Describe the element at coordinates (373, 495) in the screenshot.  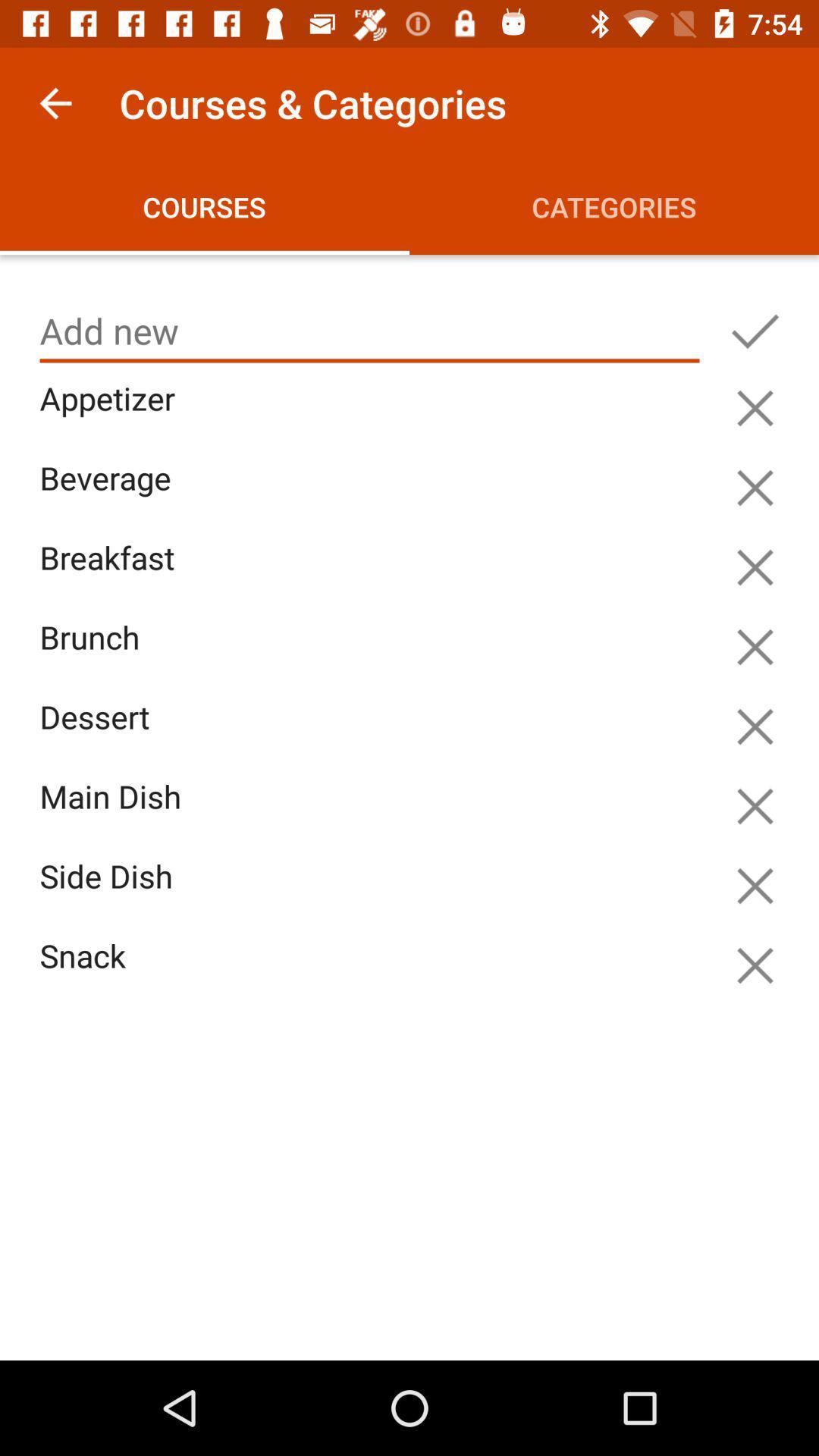
I see `item below the appetizer item` at that location.